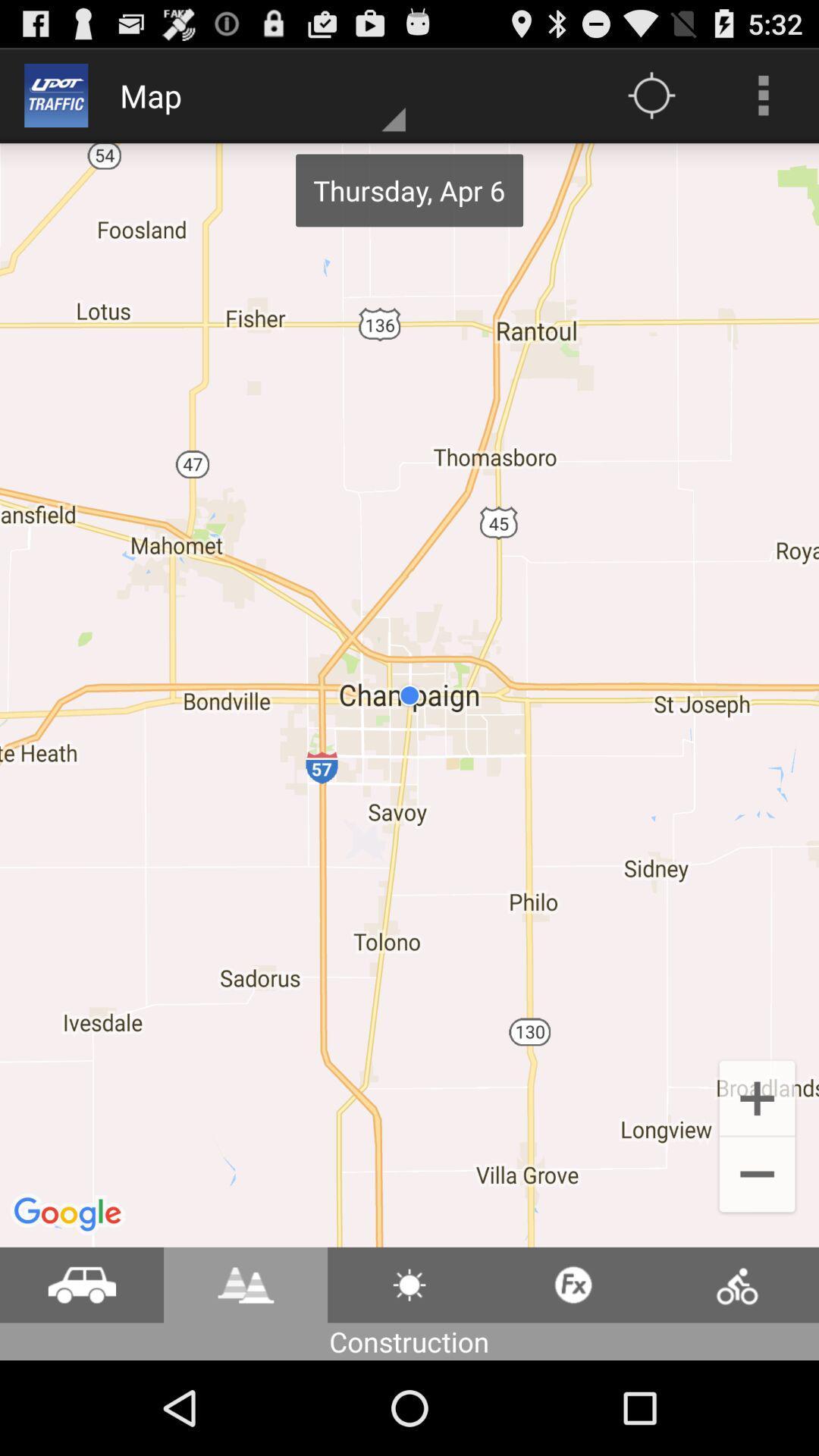 This screenshot has height=1456, width=819. I want to click on cycling, so click(736, 1284).